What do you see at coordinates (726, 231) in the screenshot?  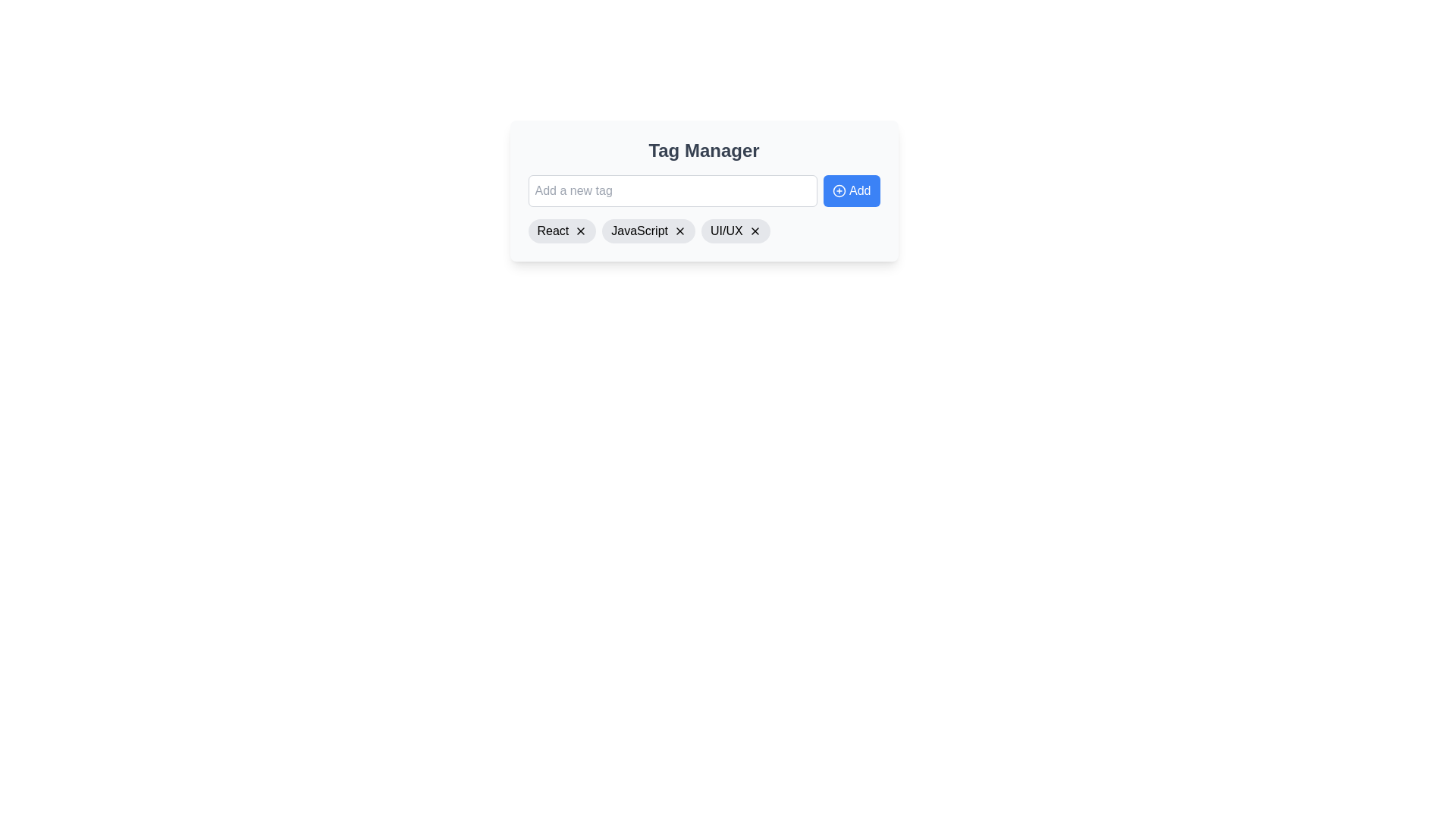 I see `the 'UI/UX' tag label element, which is the third tag in a horizontal row of tags below the 'Add a new tag' input field` at bounding box center [726, 231].